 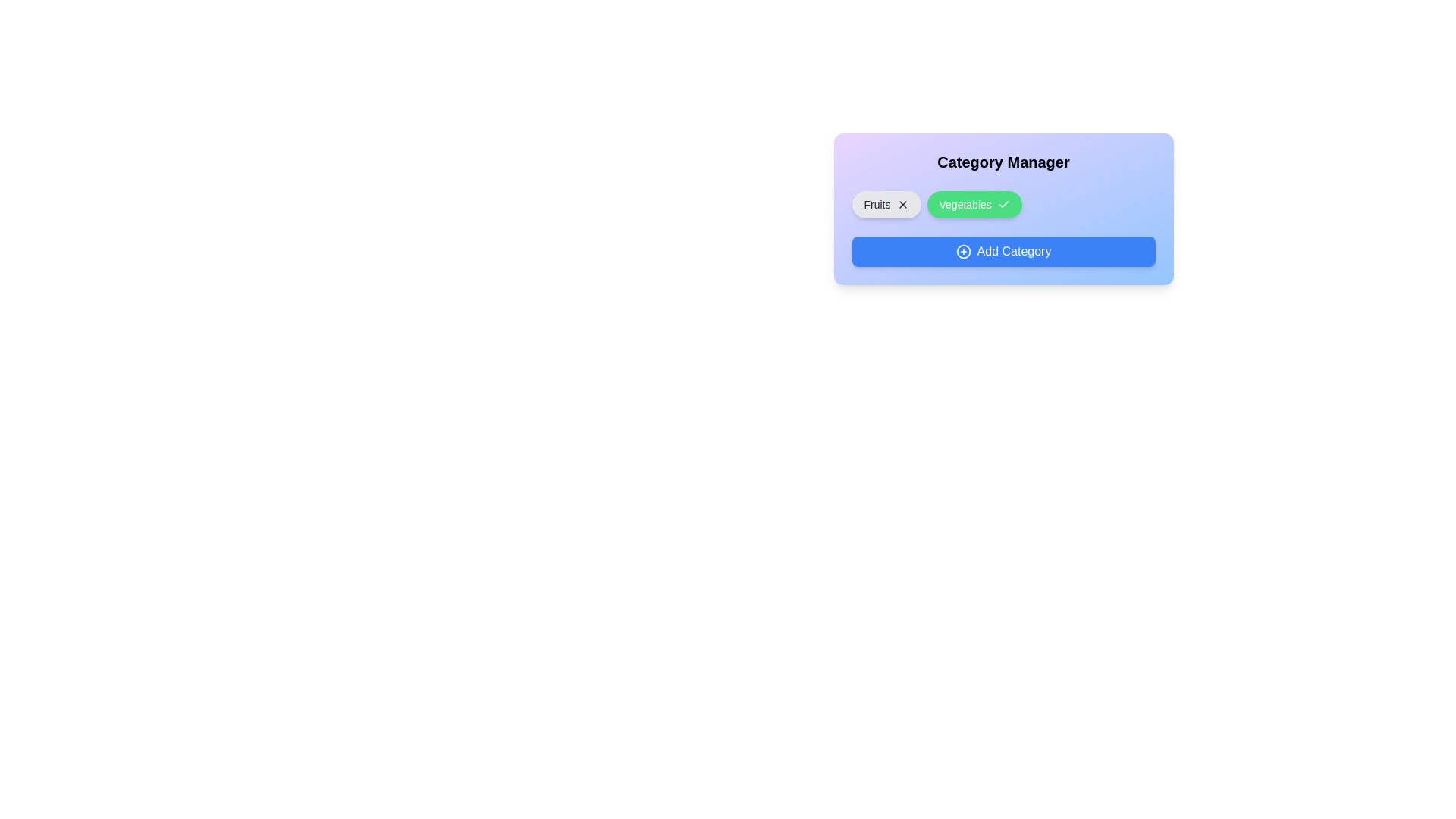 I want to click on the 'Add Category' button to add a new category, so click(x=1003, y=250).